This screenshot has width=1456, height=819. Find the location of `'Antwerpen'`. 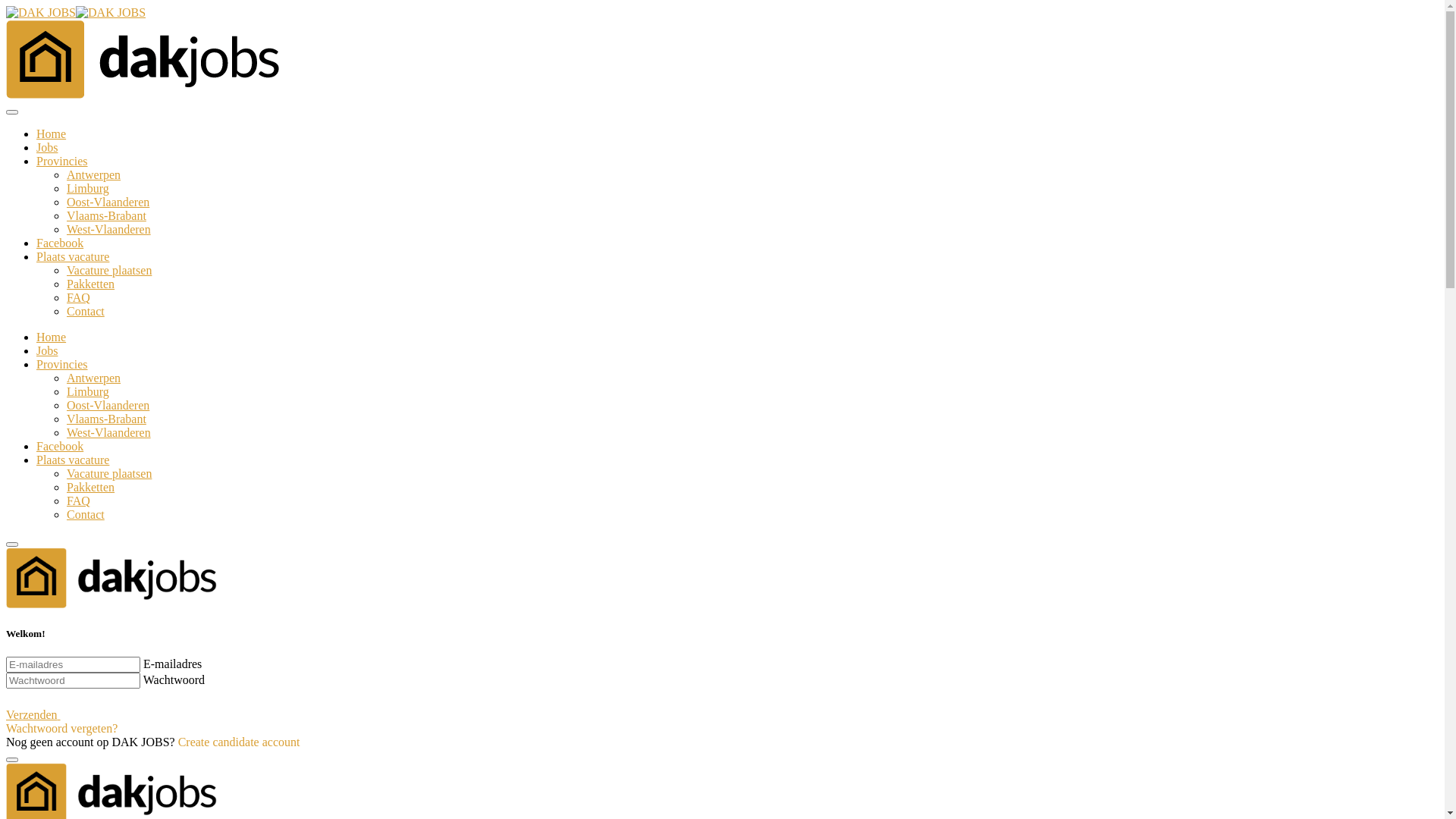

'Antwerpen' is located at coordinates (93, 174).